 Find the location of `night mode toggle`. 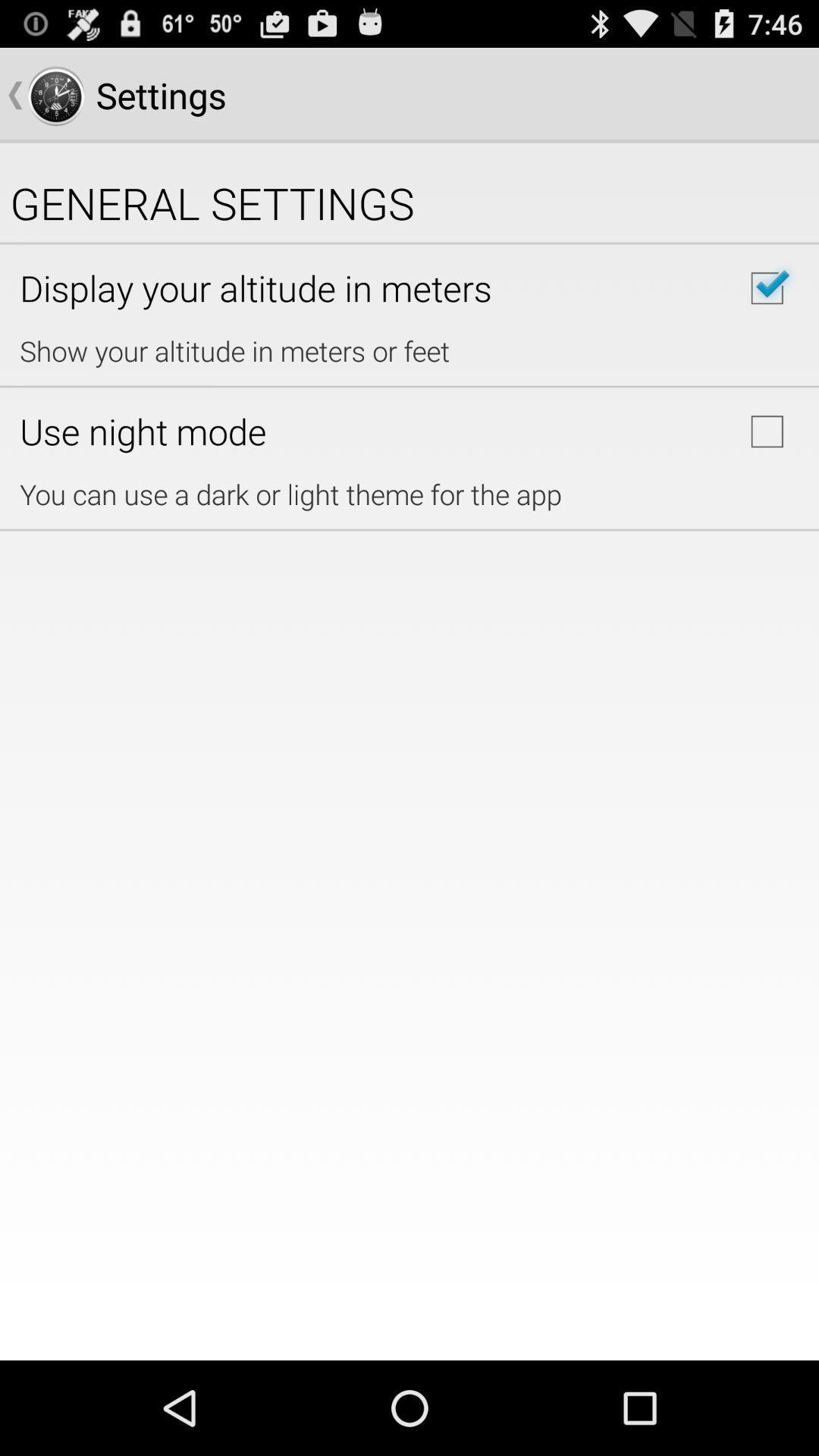

night mode toggle is located at coordinates (767, 431).